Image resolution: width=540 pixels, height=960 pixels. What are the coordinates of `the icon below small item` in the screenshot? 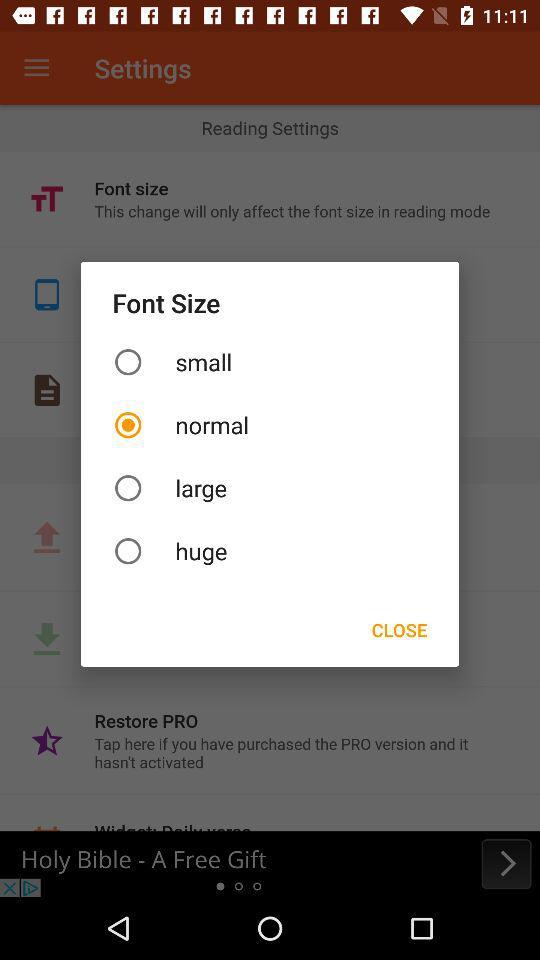 It's located at (270, 425).